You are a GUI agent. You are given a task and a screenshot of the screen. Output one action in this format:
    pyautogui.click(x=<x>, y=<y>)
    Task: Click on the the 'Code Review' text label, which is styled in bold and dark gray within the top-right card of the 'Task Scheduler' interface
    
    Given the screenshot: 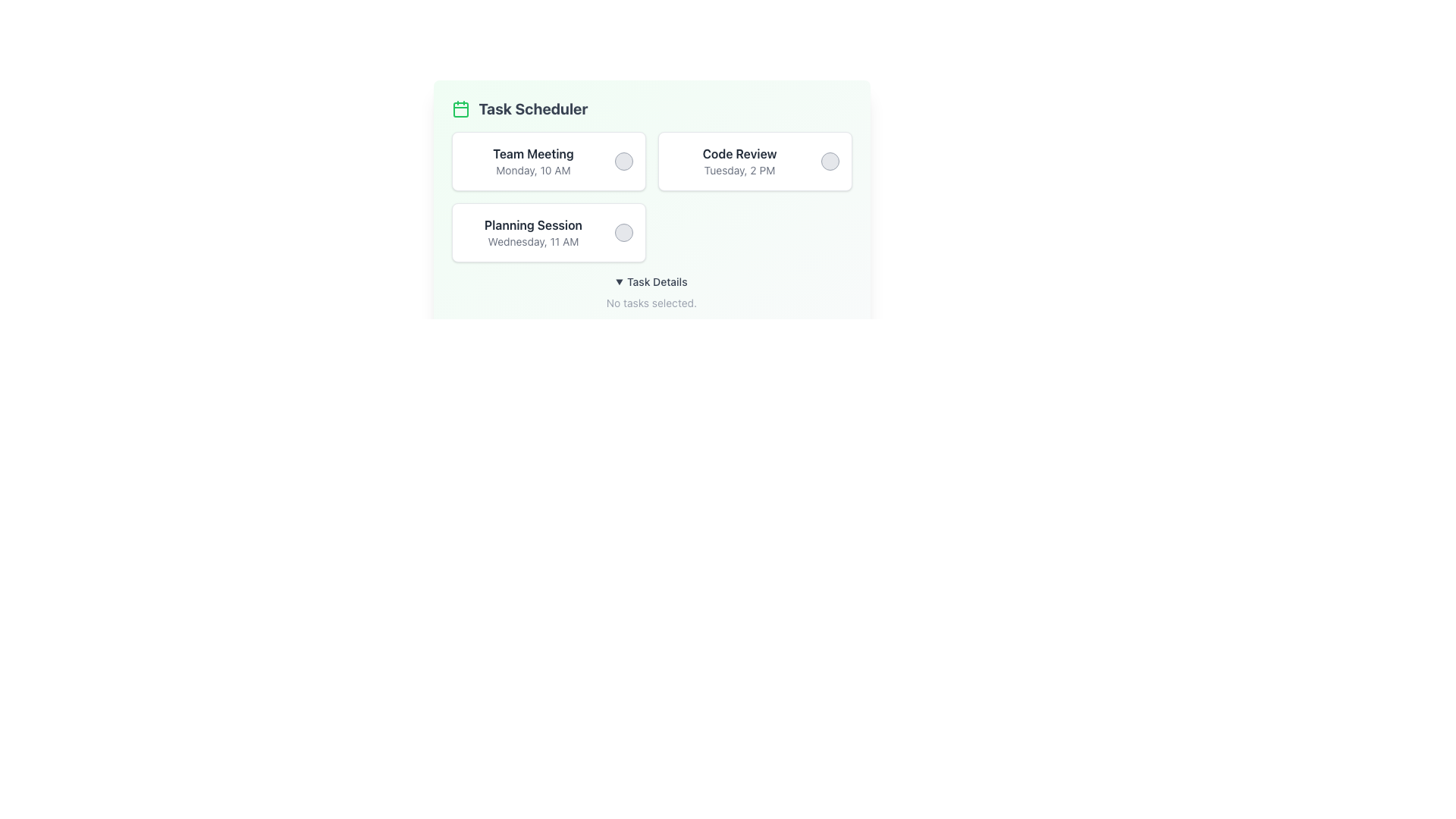 What is the action you would take?
    pyautogui.click(x=739, y=154)
    